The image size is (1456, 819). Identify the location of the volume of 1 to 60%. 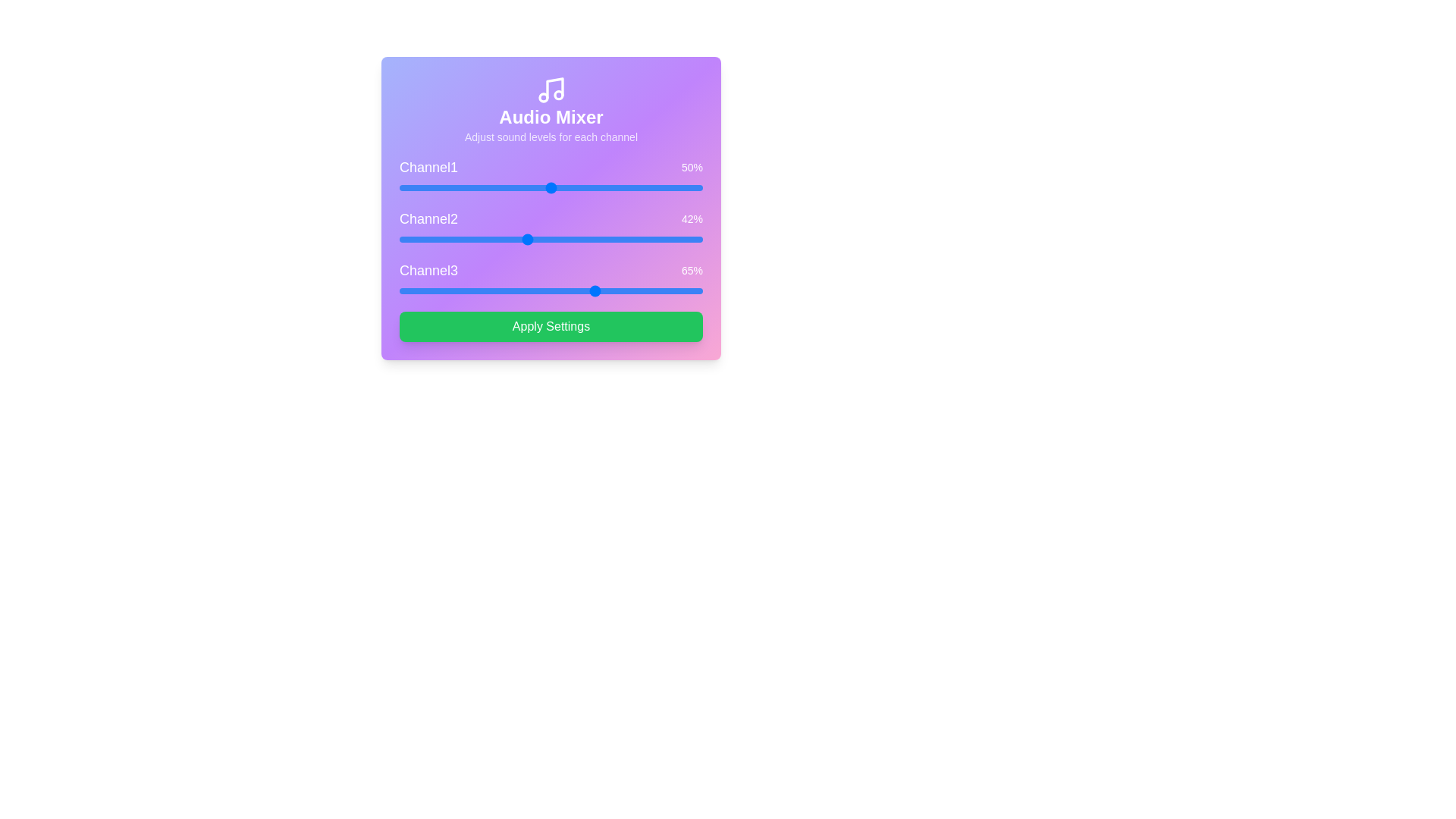
(581, 187).